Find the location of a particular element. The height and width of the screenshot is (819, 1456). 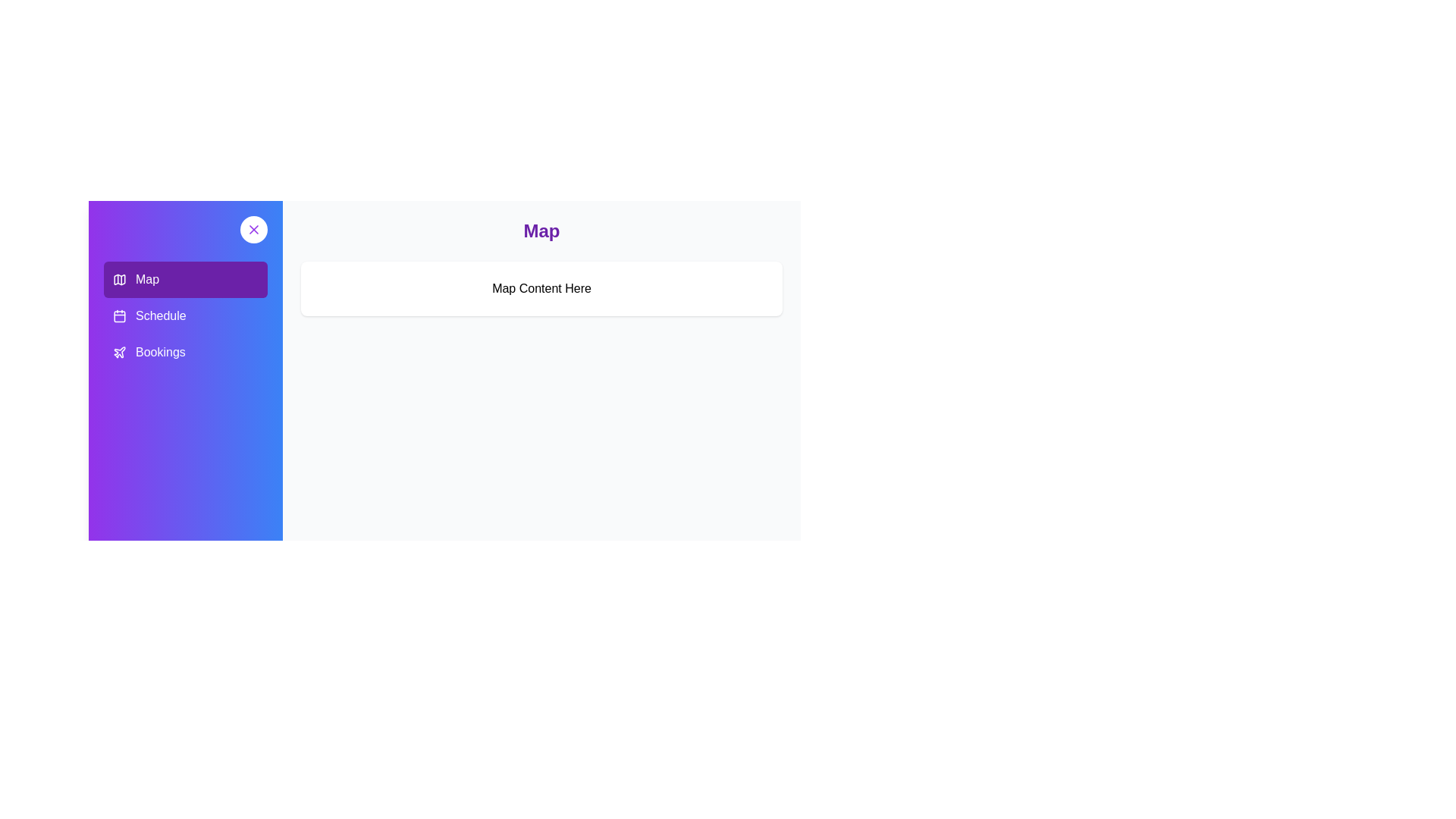

the Bookings tab to observe its visual feedback is located at coordinates (184, 353).